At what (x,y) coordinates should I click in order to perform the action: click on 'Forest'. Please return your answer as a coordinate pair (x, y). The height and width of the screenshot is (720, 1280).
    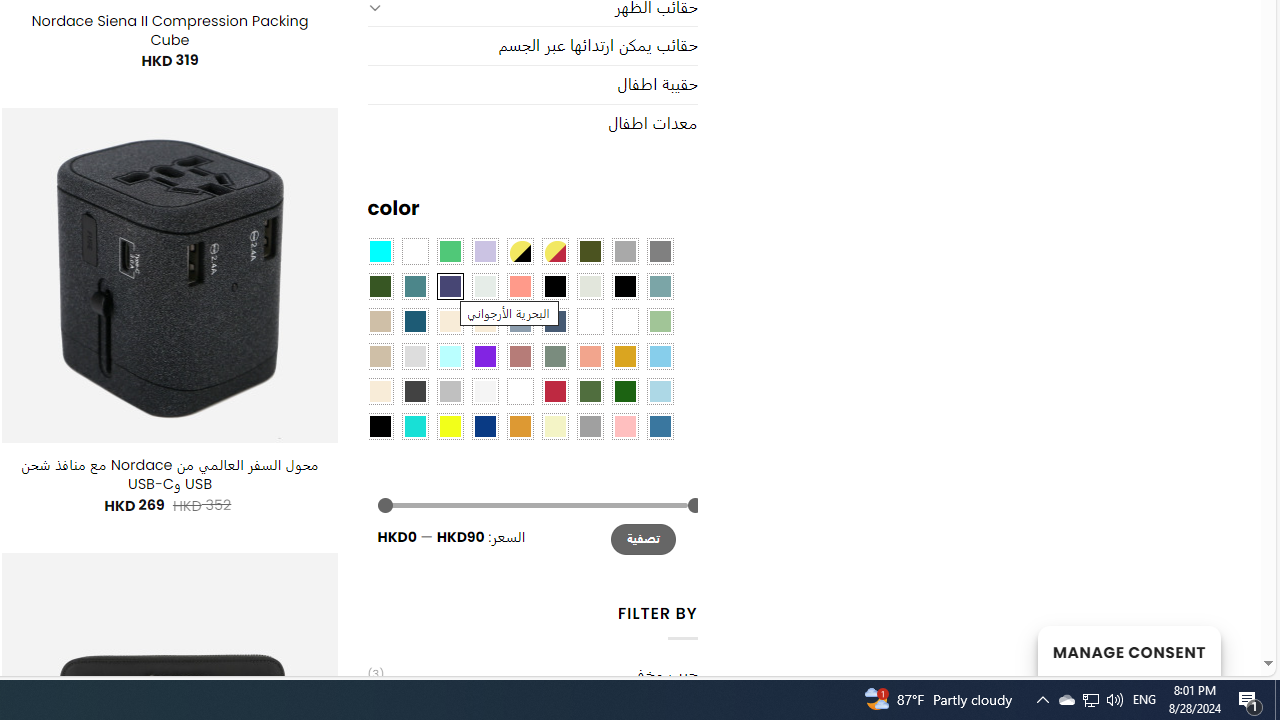
    Looking at the image, I should click on (380, 285).